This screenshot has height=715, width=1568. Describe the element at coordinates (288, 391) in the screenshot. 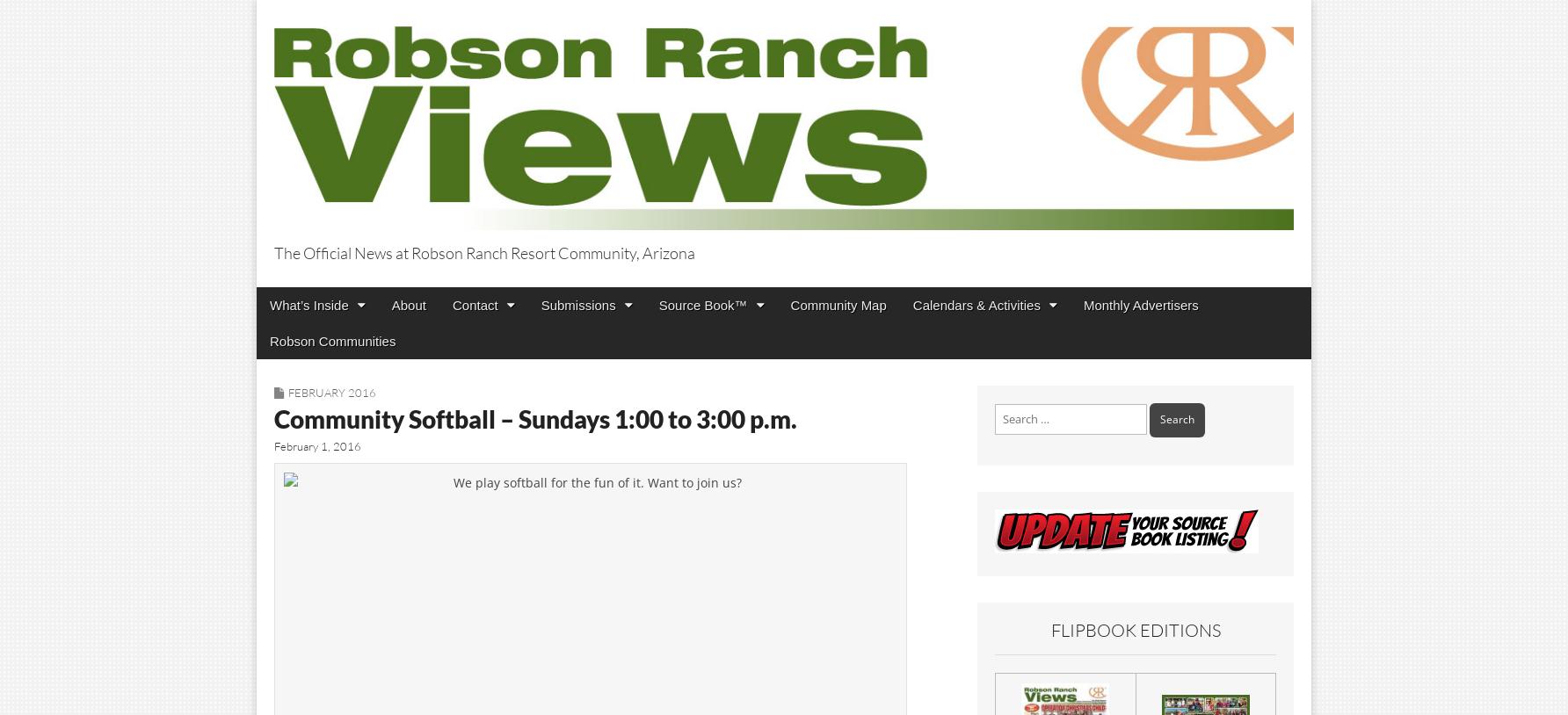

I see `'February 2016'` at that location.